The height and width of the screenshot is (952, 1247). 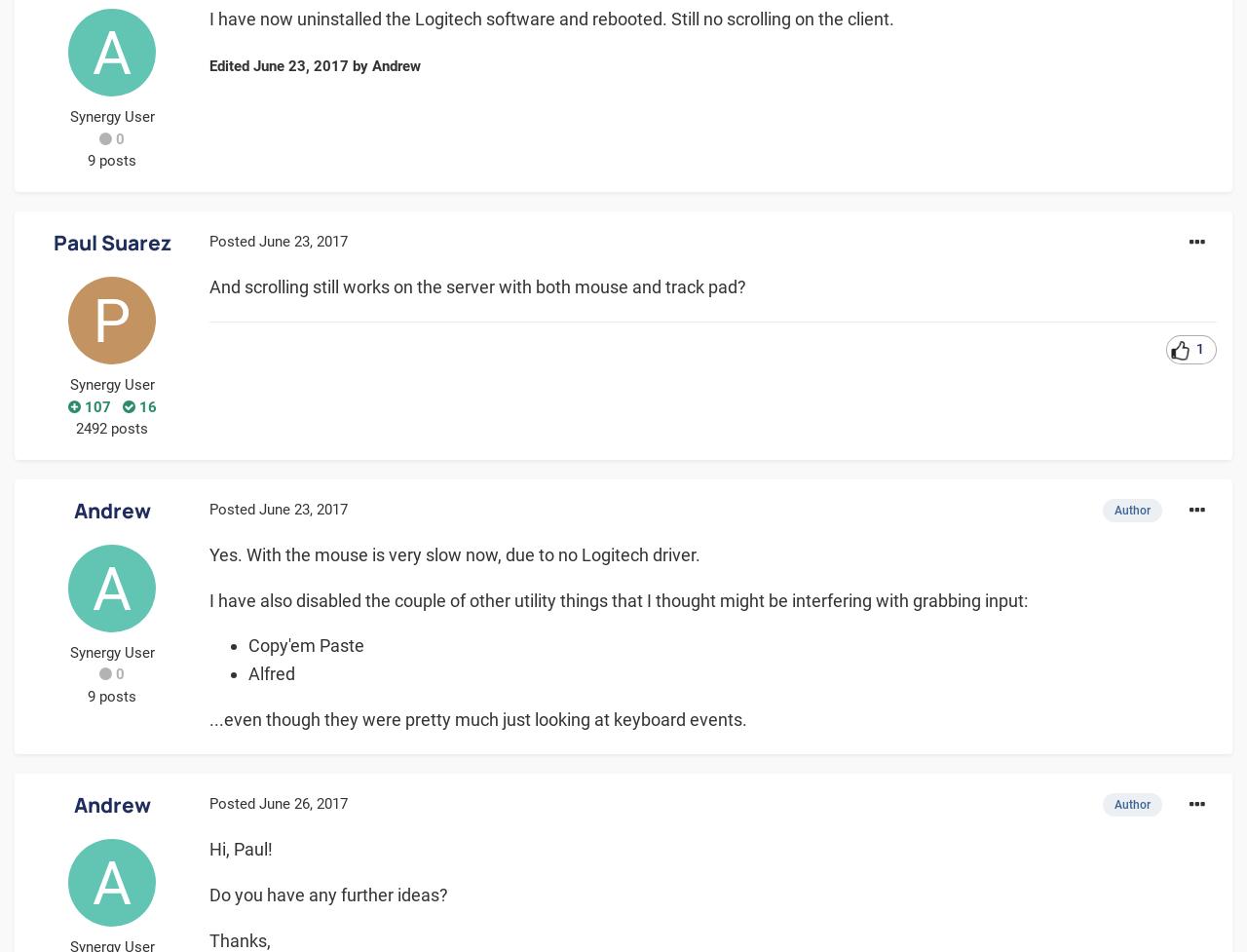 I want to click on '...even though they were pretty much just looking at keyboard events.', so click(x=478, y=718).